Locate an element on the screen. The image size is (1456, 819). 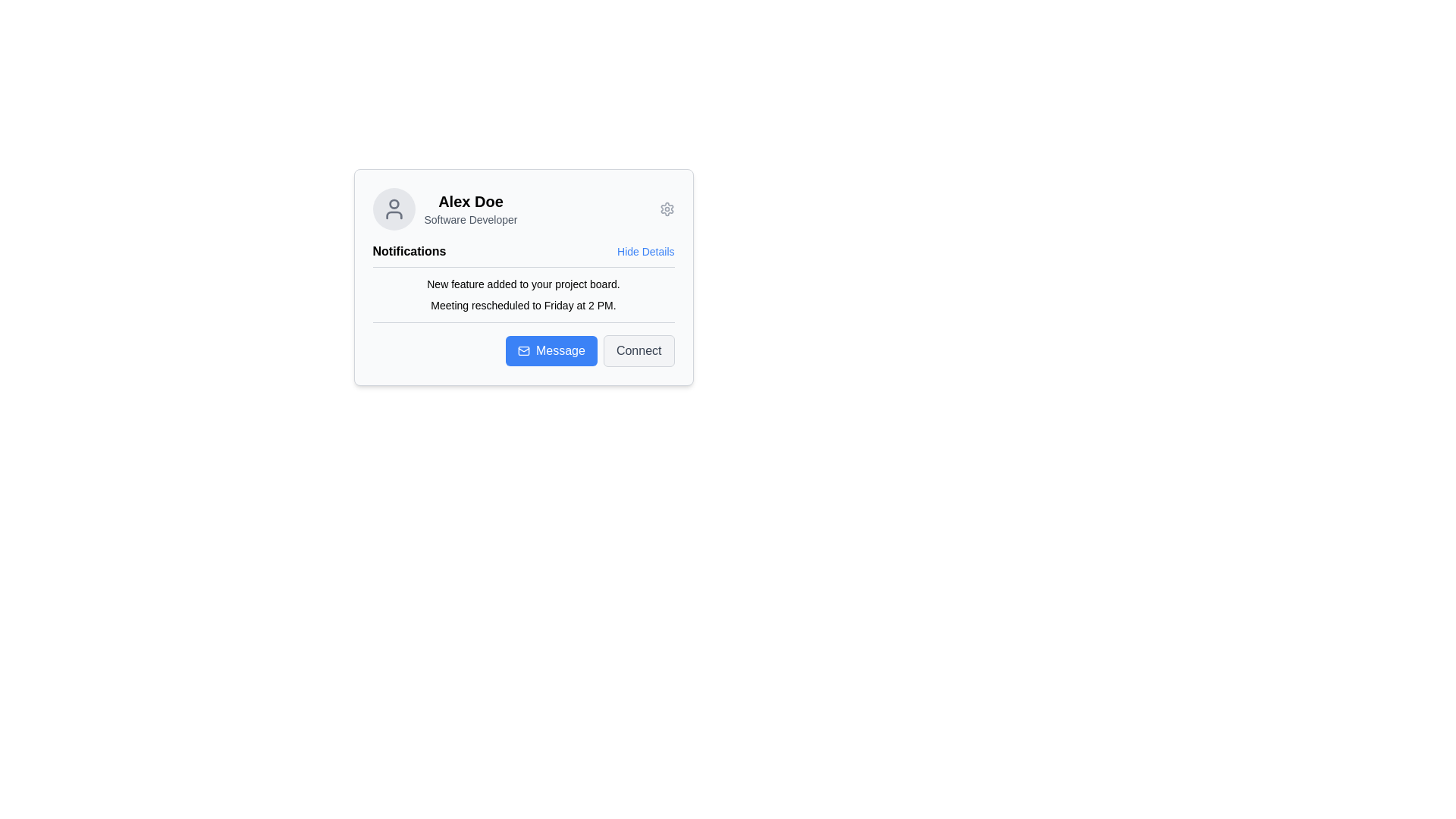
user's name and designation displayed in the text block located to the right of the circular profile image in the profile section of the card layout is located at coordinates (469, 209).